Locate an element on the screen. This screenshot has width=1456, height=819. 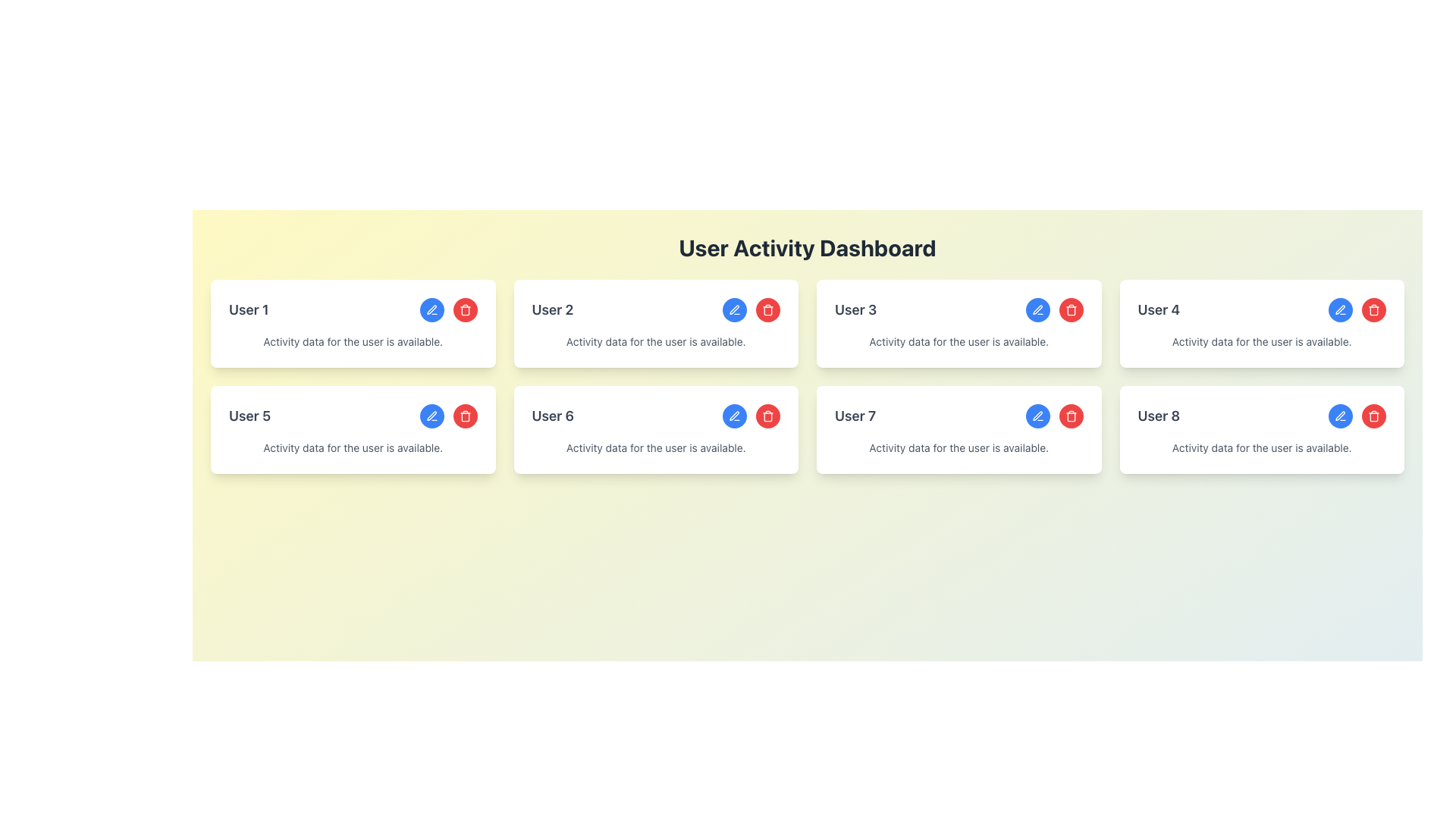
the edit button located in the 'User 5' card on the second row, first column is located at coordinates (431, 416).